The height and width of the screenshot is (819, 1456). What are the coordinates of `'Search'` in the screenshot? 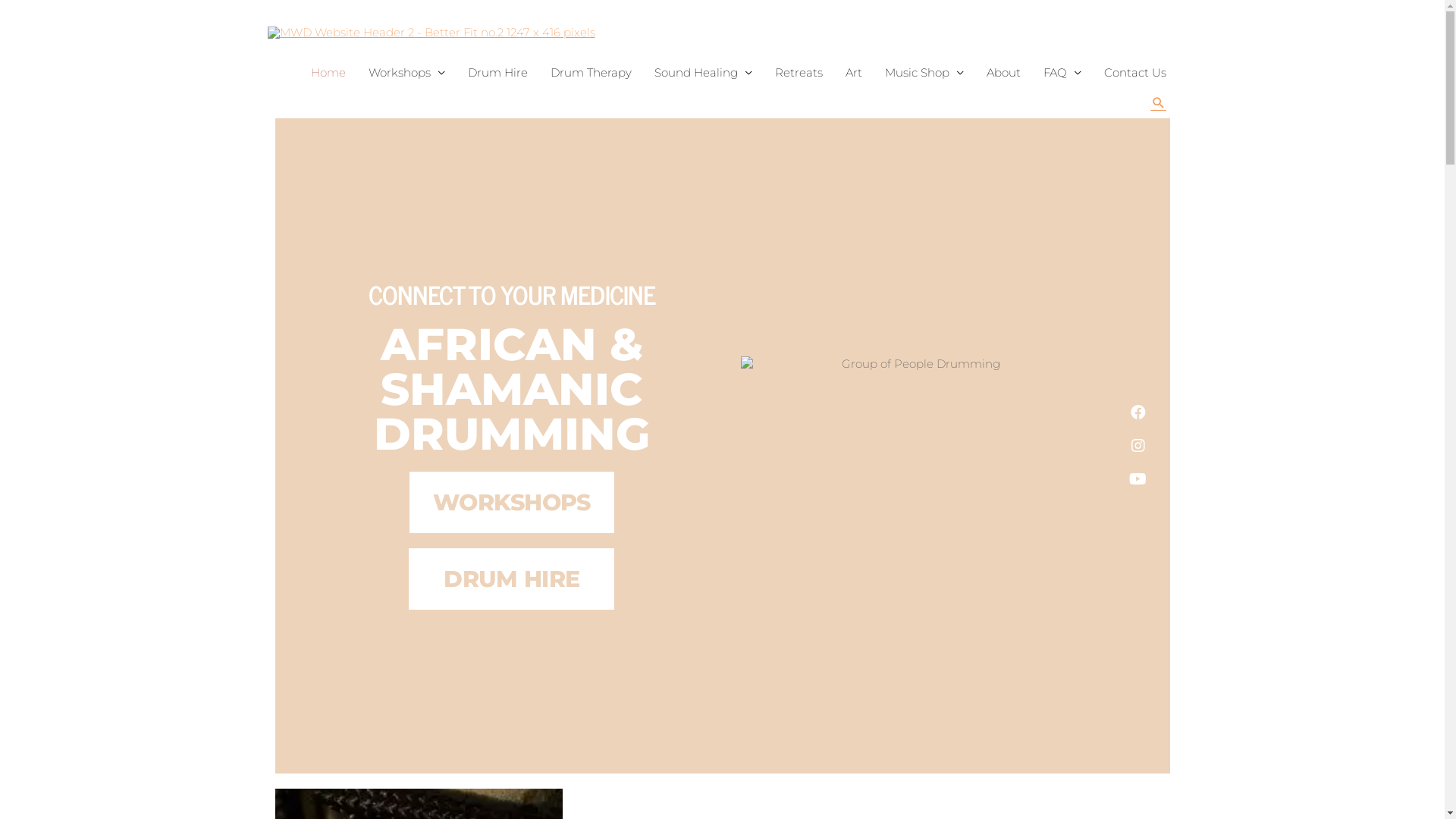 It's located at (1157, 102).